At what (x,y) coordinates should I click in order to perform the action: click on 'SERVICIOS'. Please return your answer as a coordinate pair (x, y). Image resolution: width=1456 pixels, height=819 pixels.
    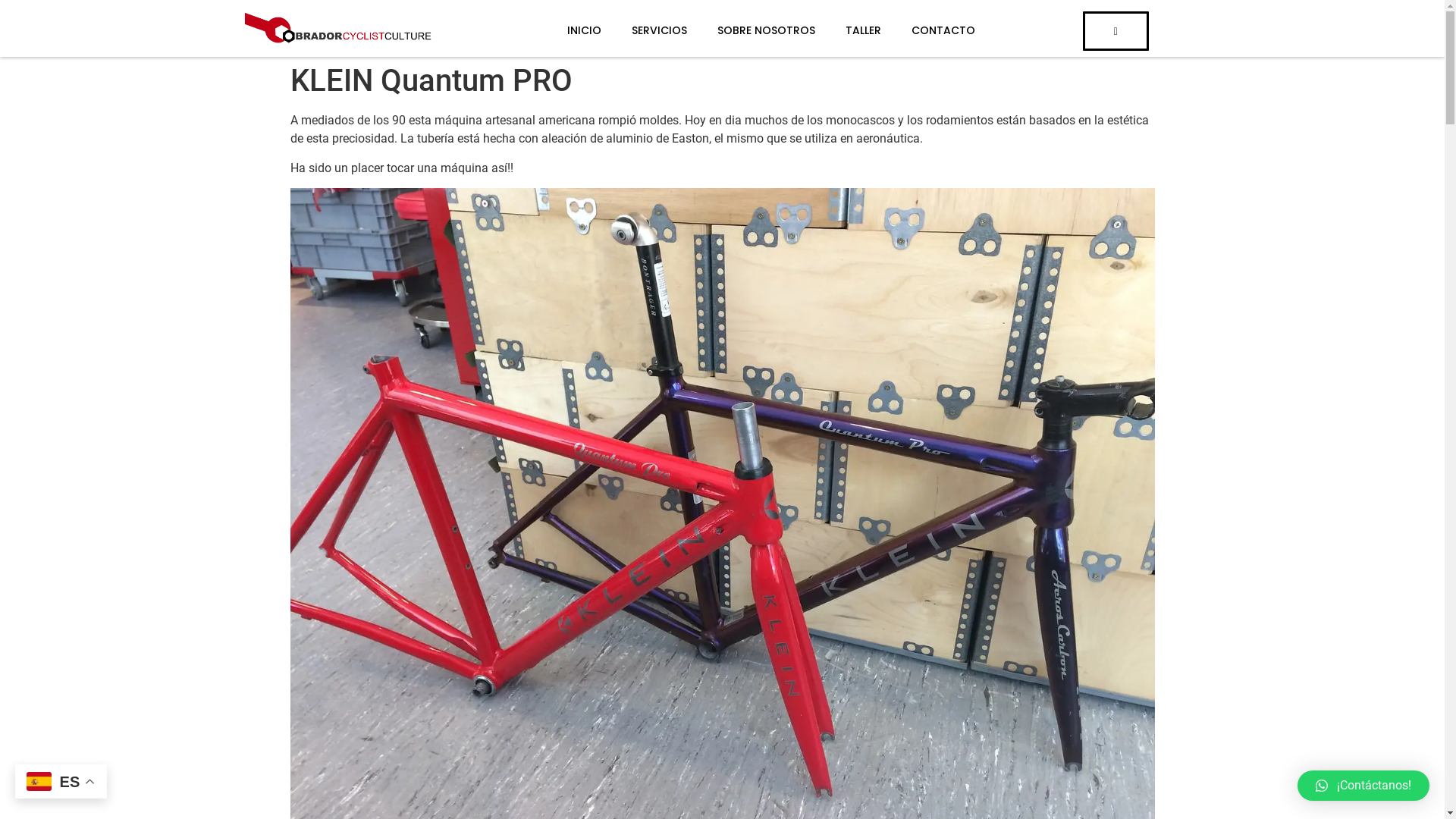
    Looking at the image, I should click on (644, 30).